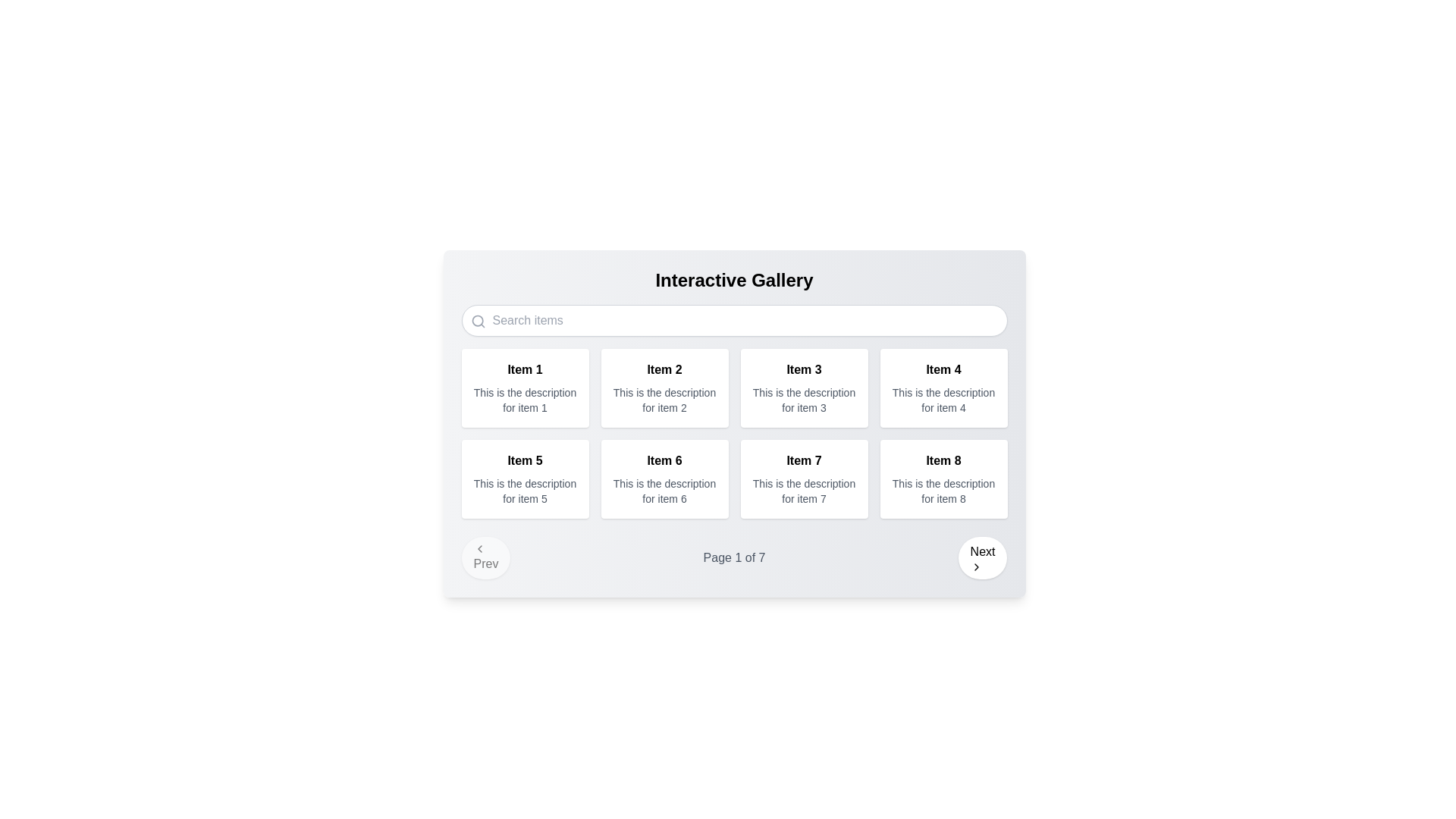 The height and width of the screenshot is (819, 1456). What do you see at coordinates (664, 460) in the screenshot?
I see `the bold text label 'Item 6' located in the second column of the second row in the grid layout` at bounding box center [664, 460].